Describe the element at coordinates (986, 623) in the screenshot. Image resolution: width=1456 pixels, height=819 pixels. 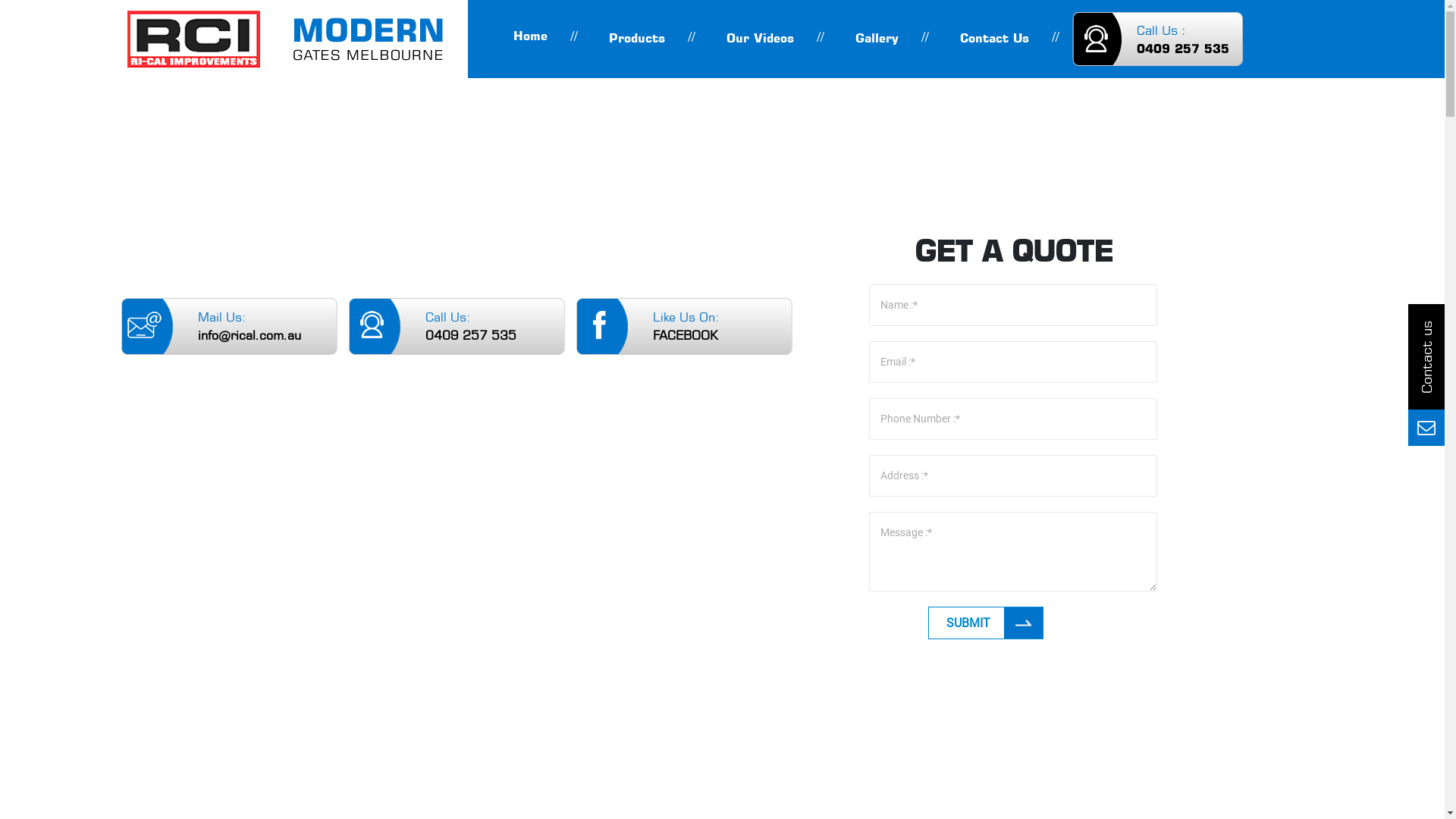
I see `'SUBMIT'` at that location.